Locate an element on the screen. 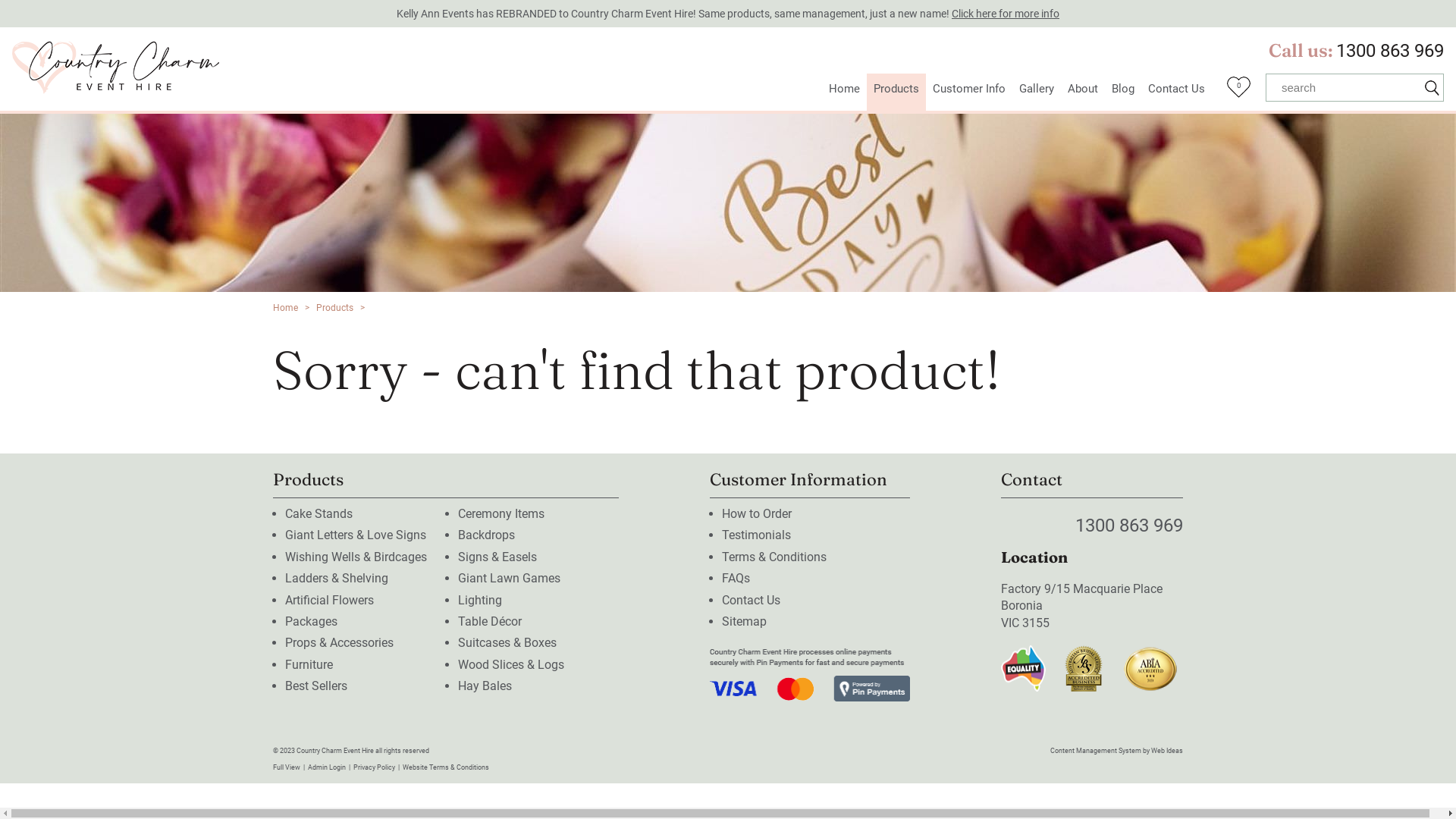  'Artificial Flowers' is located at coordinates (328, 599).